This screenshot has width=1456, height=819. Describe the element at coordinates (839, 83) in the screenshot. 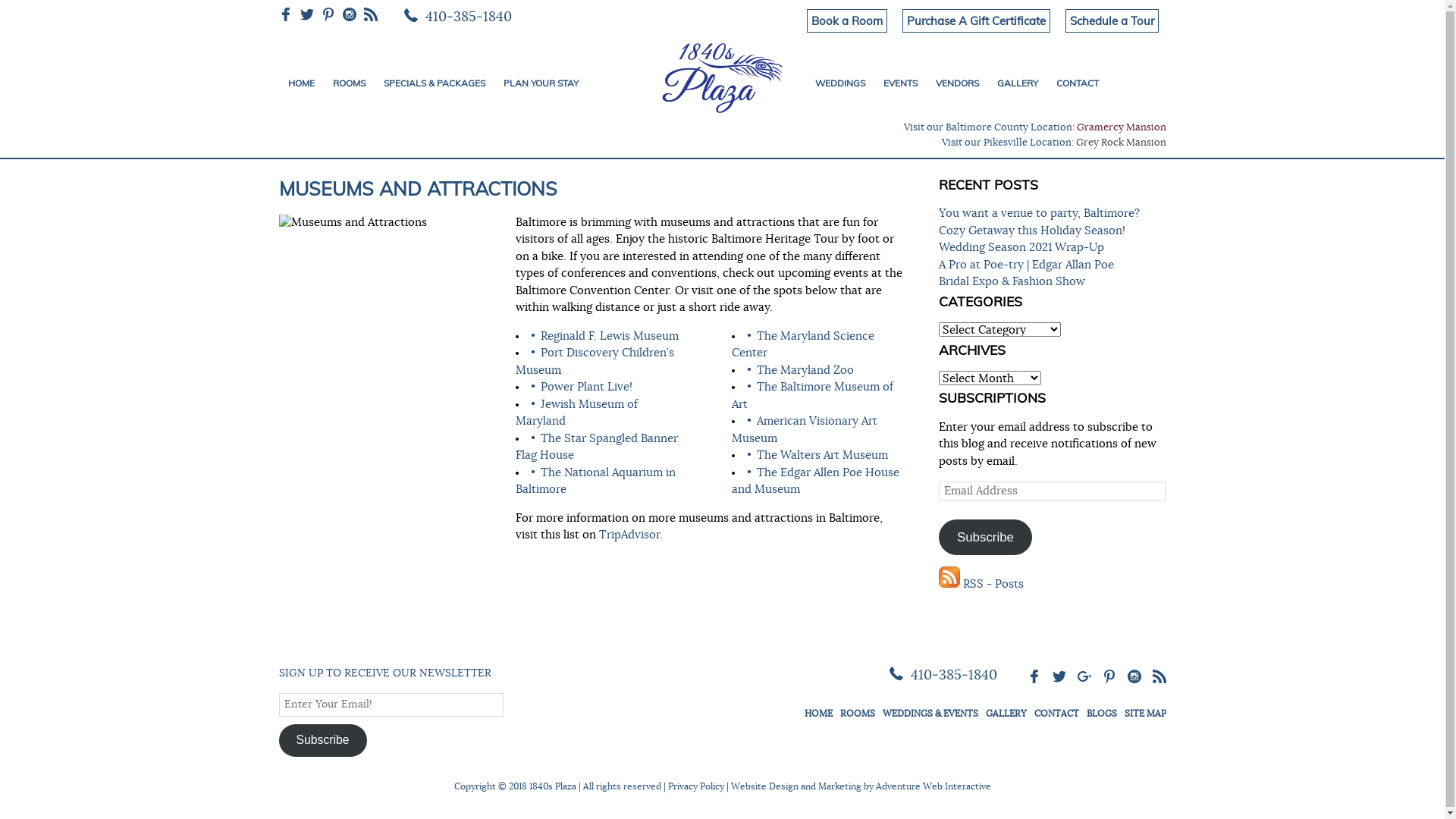

I see `'WEDDINGS'` at that location.